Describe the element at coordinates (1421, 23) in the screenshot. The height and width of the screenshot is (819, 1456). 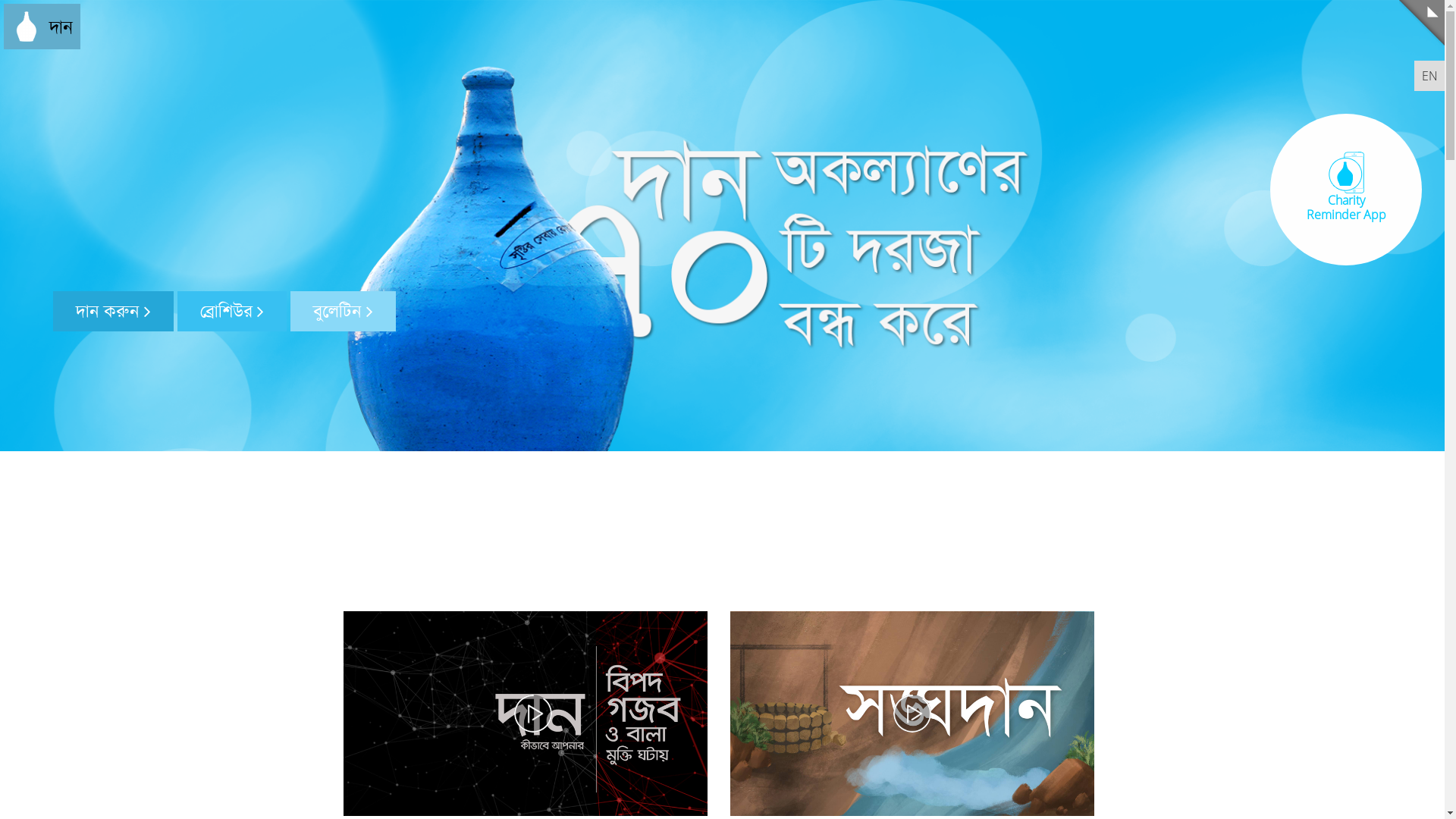
I see `'Menu'` at that location.